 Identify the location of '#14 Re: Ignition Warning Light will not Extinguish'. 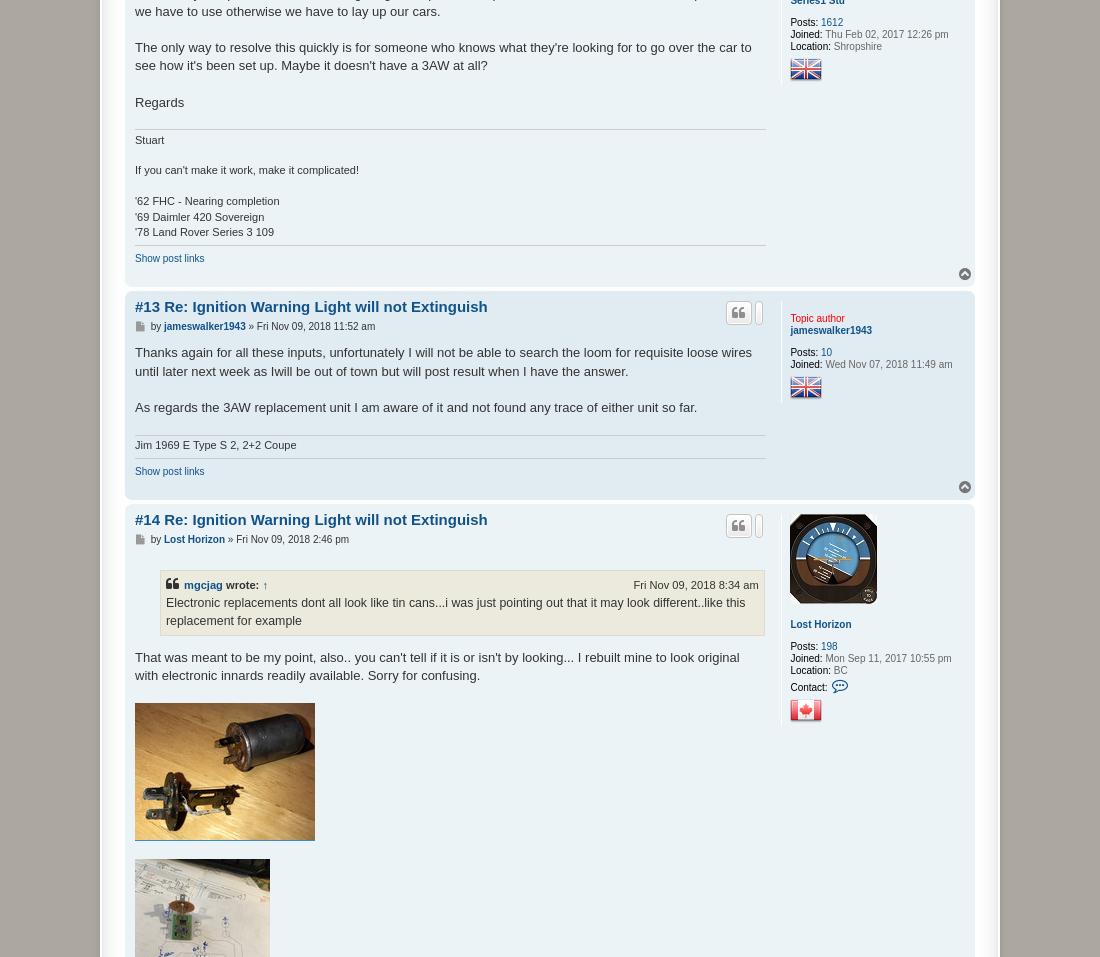
(309, 519).